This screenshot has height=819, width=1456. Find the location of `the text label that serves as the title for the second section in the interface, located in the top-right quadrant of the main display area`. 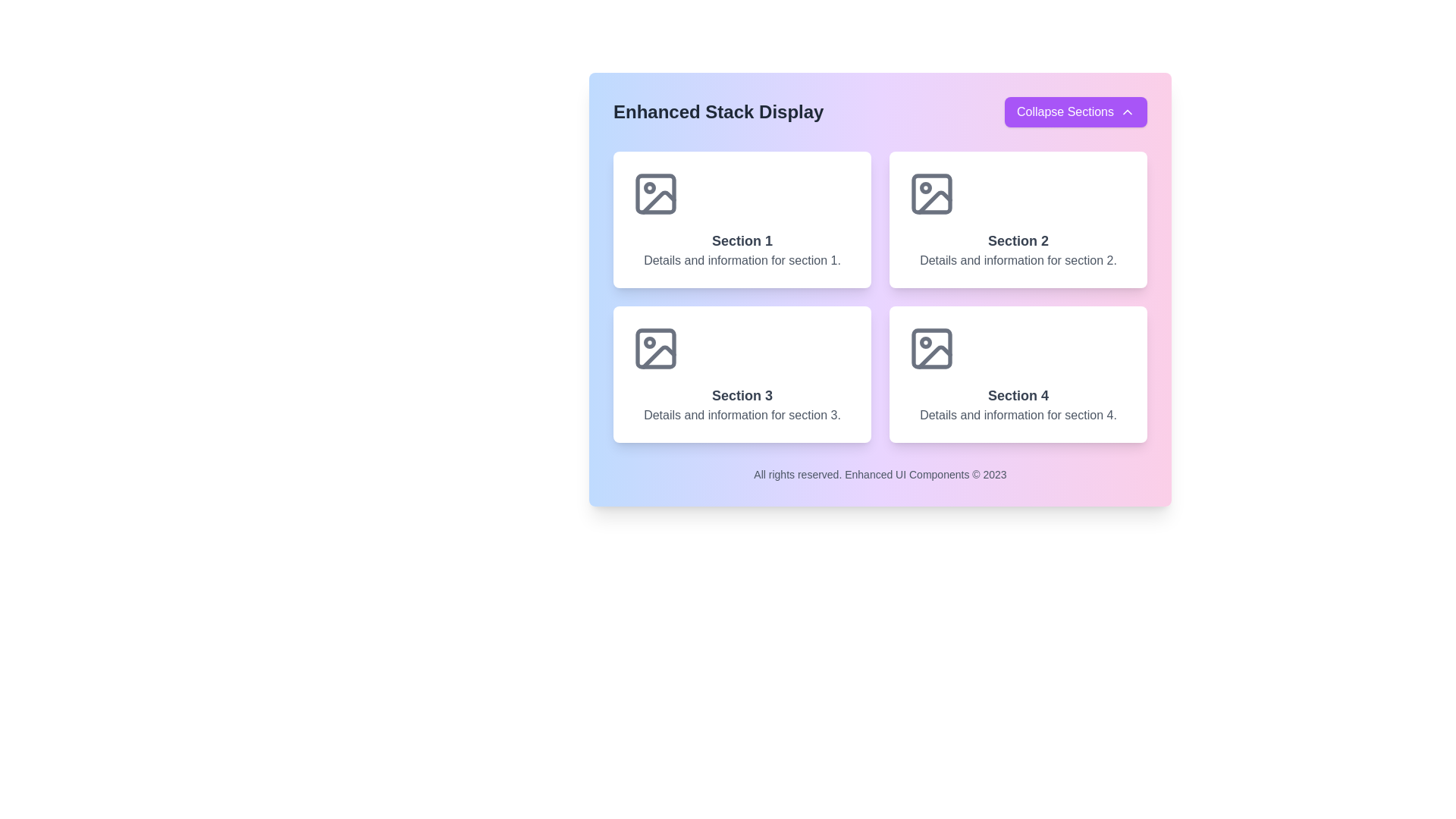

the text label that serves as the title for the second section in the interface, located in the top-right quadrant of the main display area is located at coordinates (1018, 240).